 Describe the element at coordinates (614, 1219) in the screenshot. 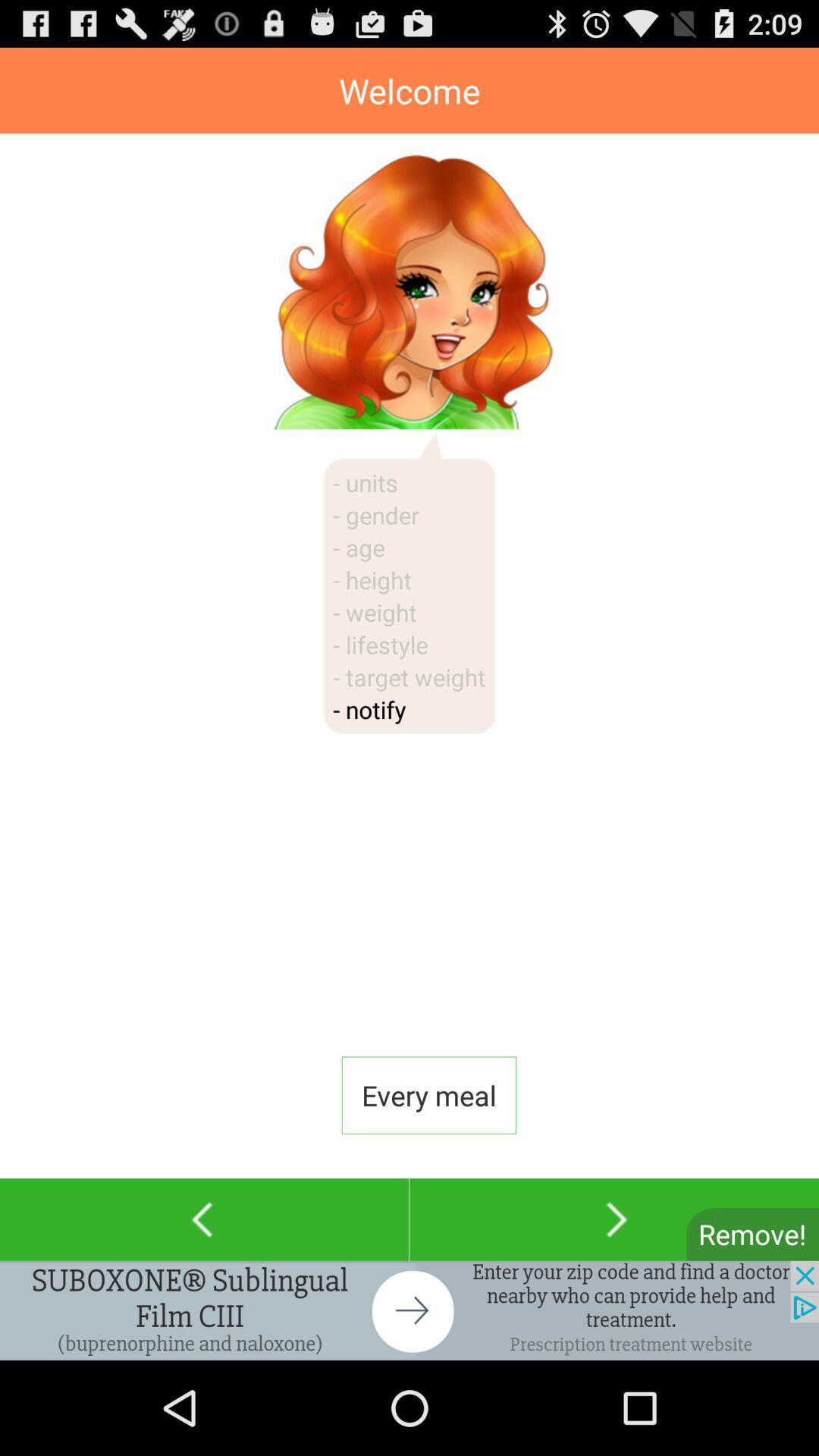

I see `next page` at that location.